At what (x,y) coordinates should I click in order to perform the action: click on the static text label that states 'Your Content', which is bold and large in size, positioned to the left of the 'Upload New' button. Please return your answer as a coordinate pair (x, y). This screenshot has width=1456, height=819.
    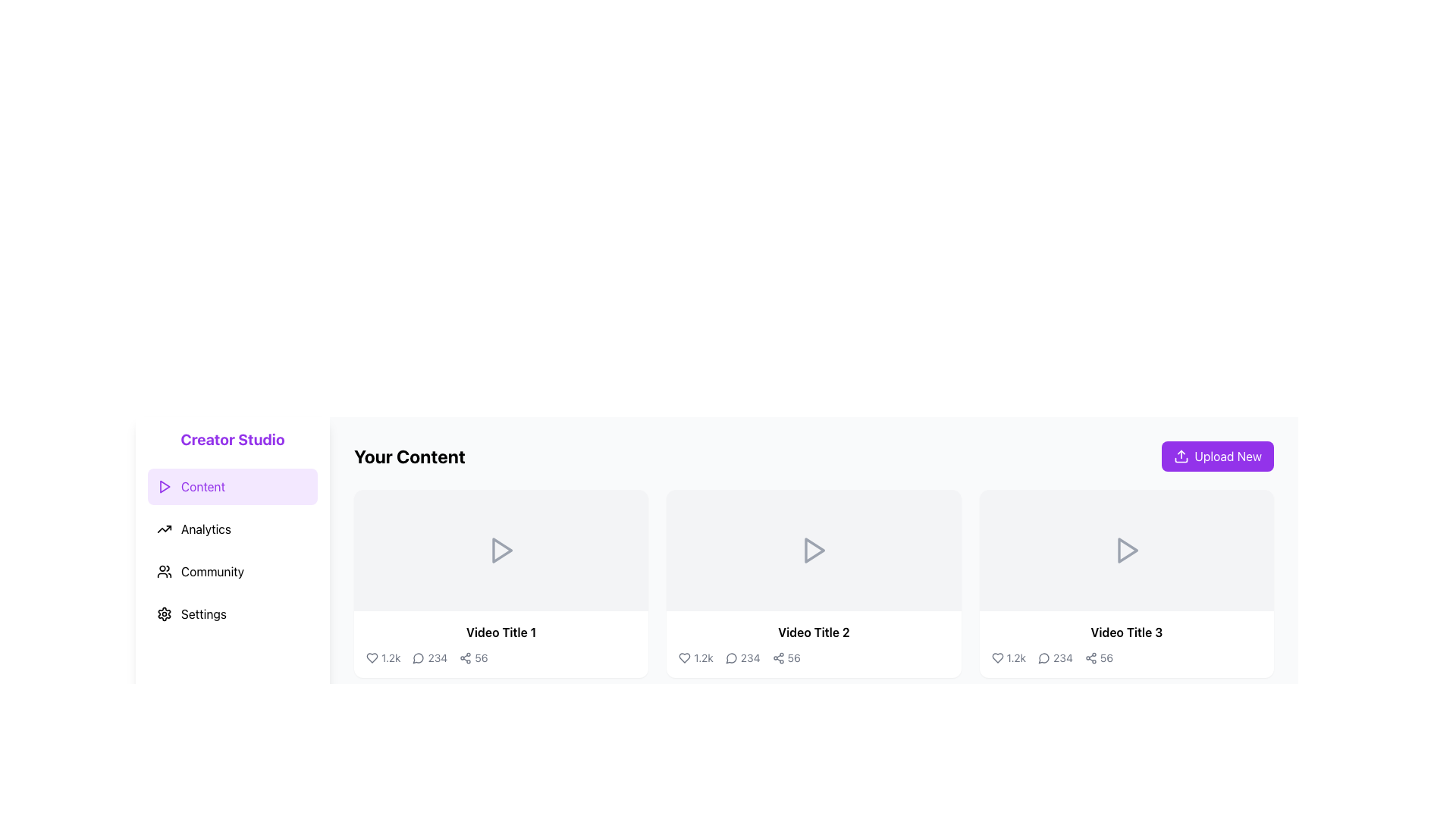
    Looking at the image, I should click on (409, 455).